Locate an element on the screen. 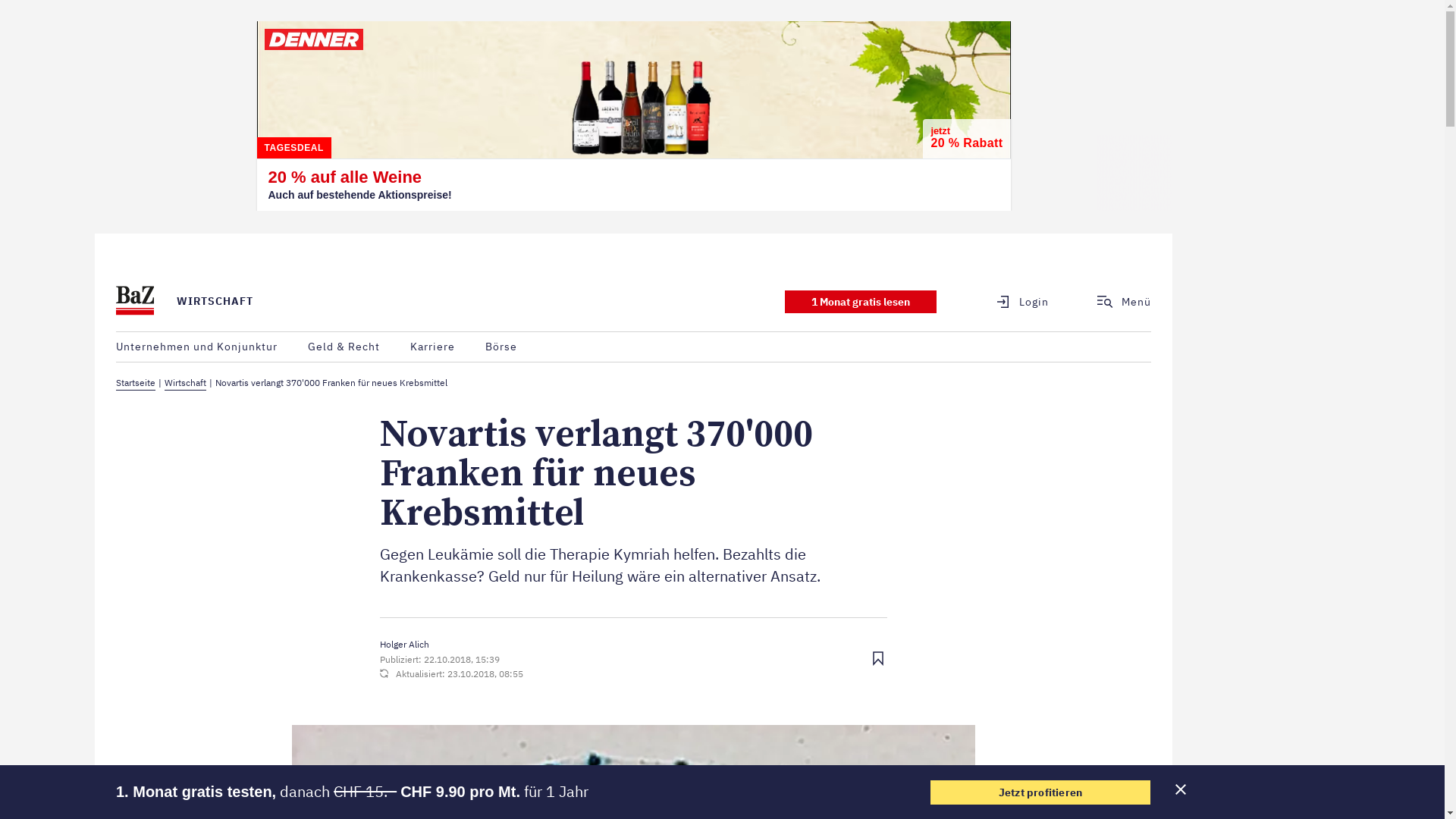  'Basler Zeitung' is located at coordinates (115, 301).